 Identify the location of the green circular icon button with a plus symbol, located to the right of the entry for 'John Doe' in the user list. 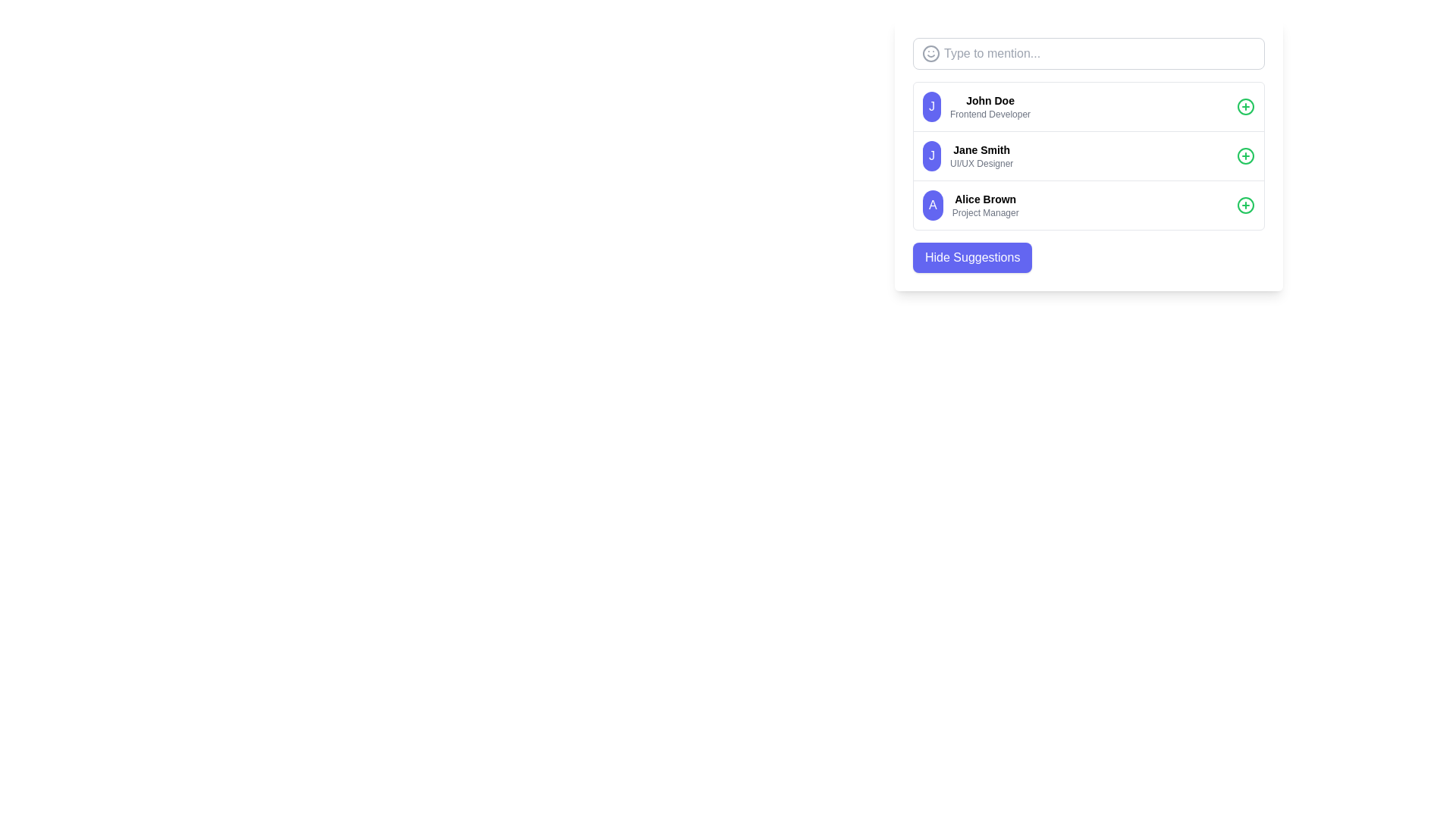
(1245, 106).